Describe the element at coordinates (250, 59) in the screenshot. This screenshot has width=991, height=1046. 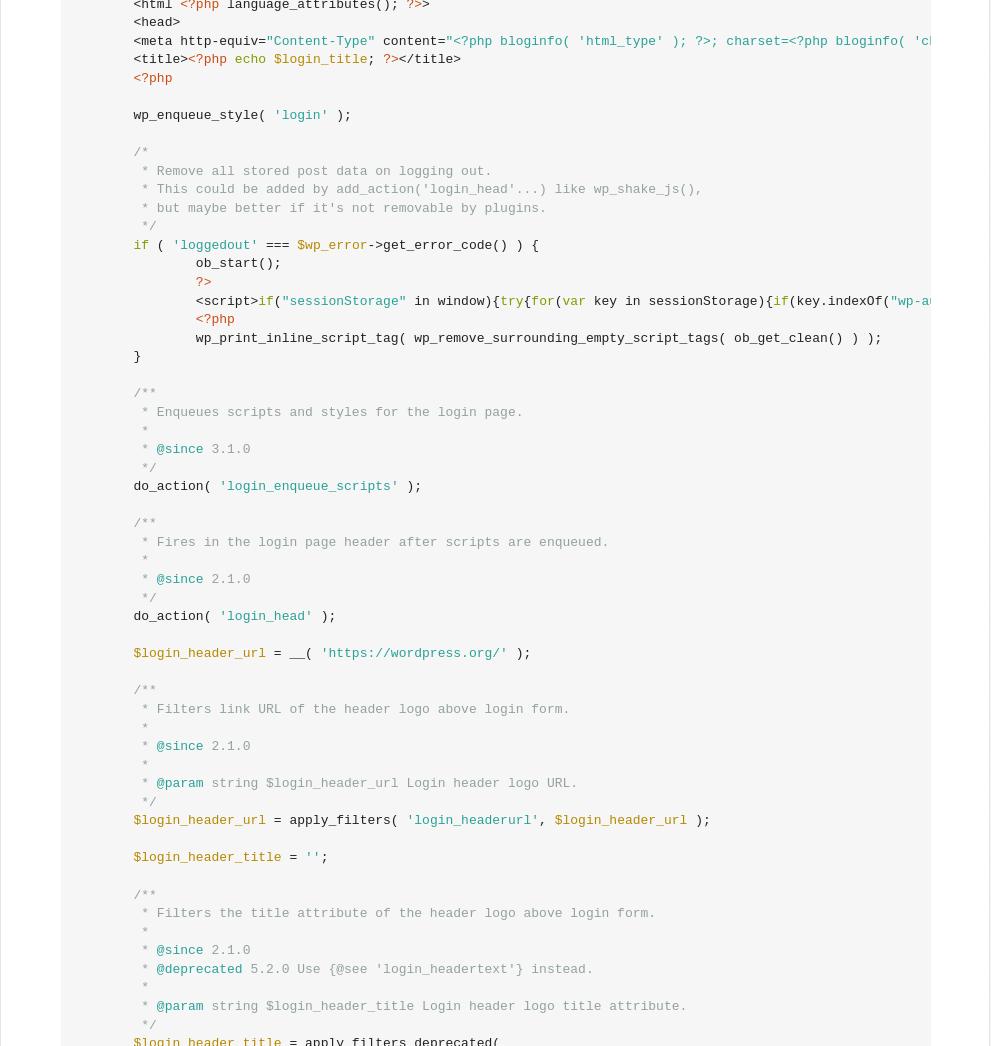
I see `'echo'` at that location.